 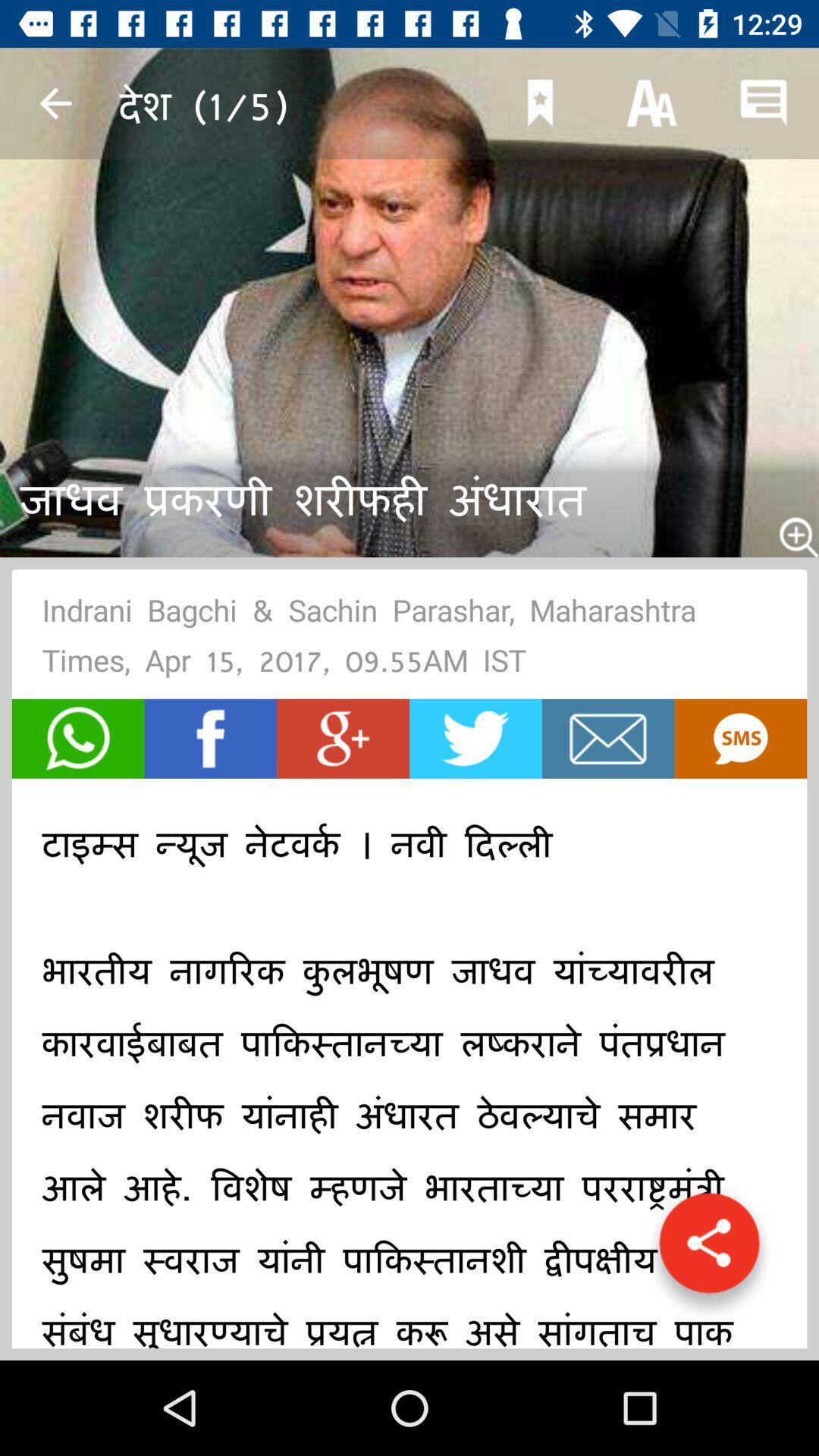 I want to click on share options, so click(x=709, y=1250).